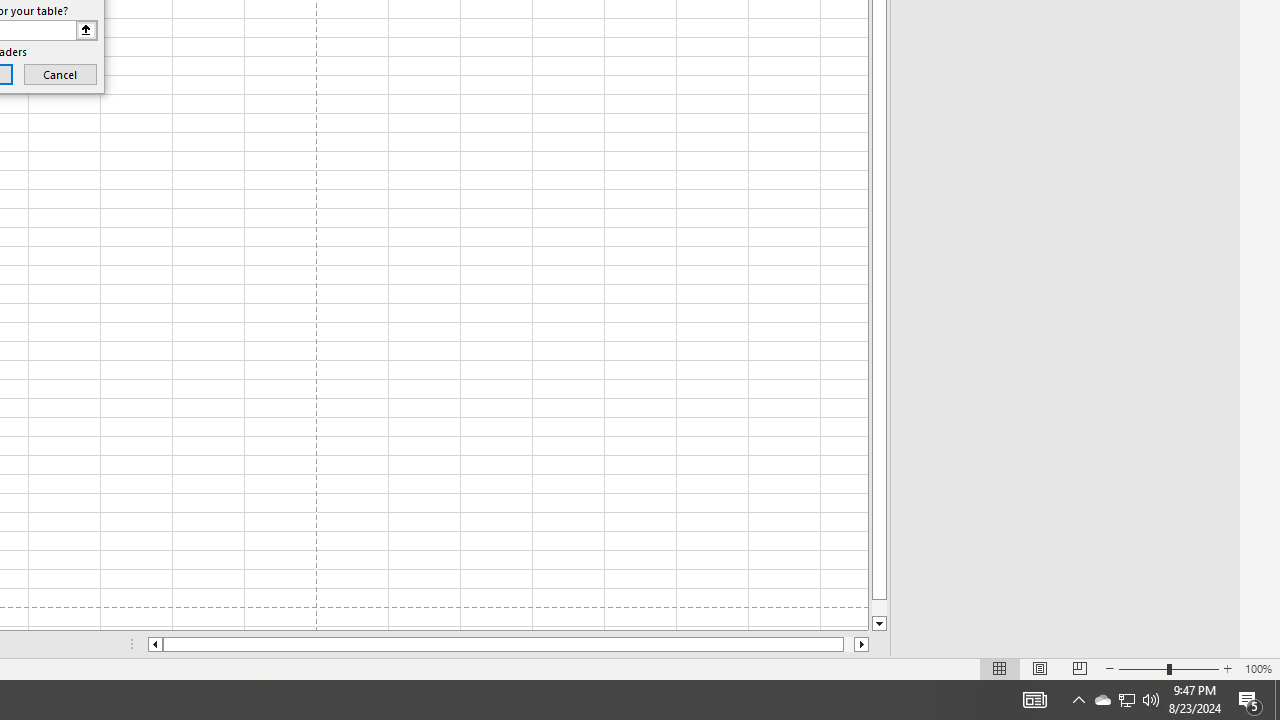 This screenshot has width=1280, height=720. I want to click on 'Column left', so click(153, 644).